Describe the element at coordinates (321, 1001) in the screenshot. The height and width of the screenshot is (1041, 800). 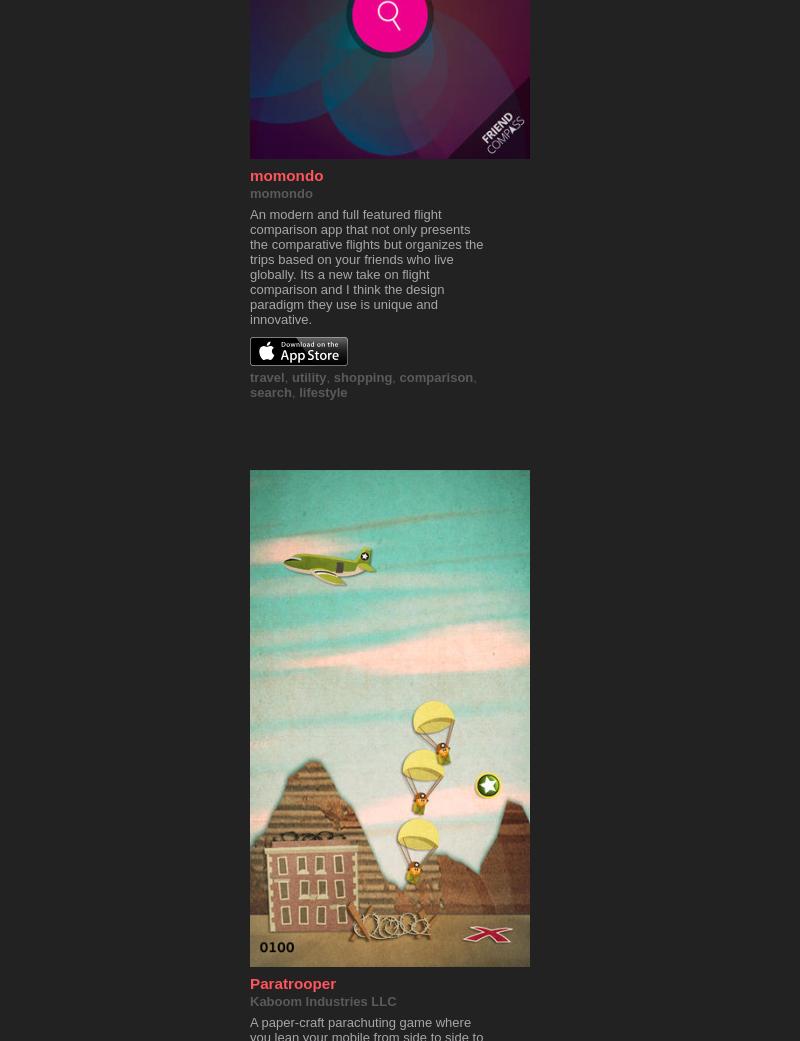
I see `'Kaboom Industries LLC'` at that location.